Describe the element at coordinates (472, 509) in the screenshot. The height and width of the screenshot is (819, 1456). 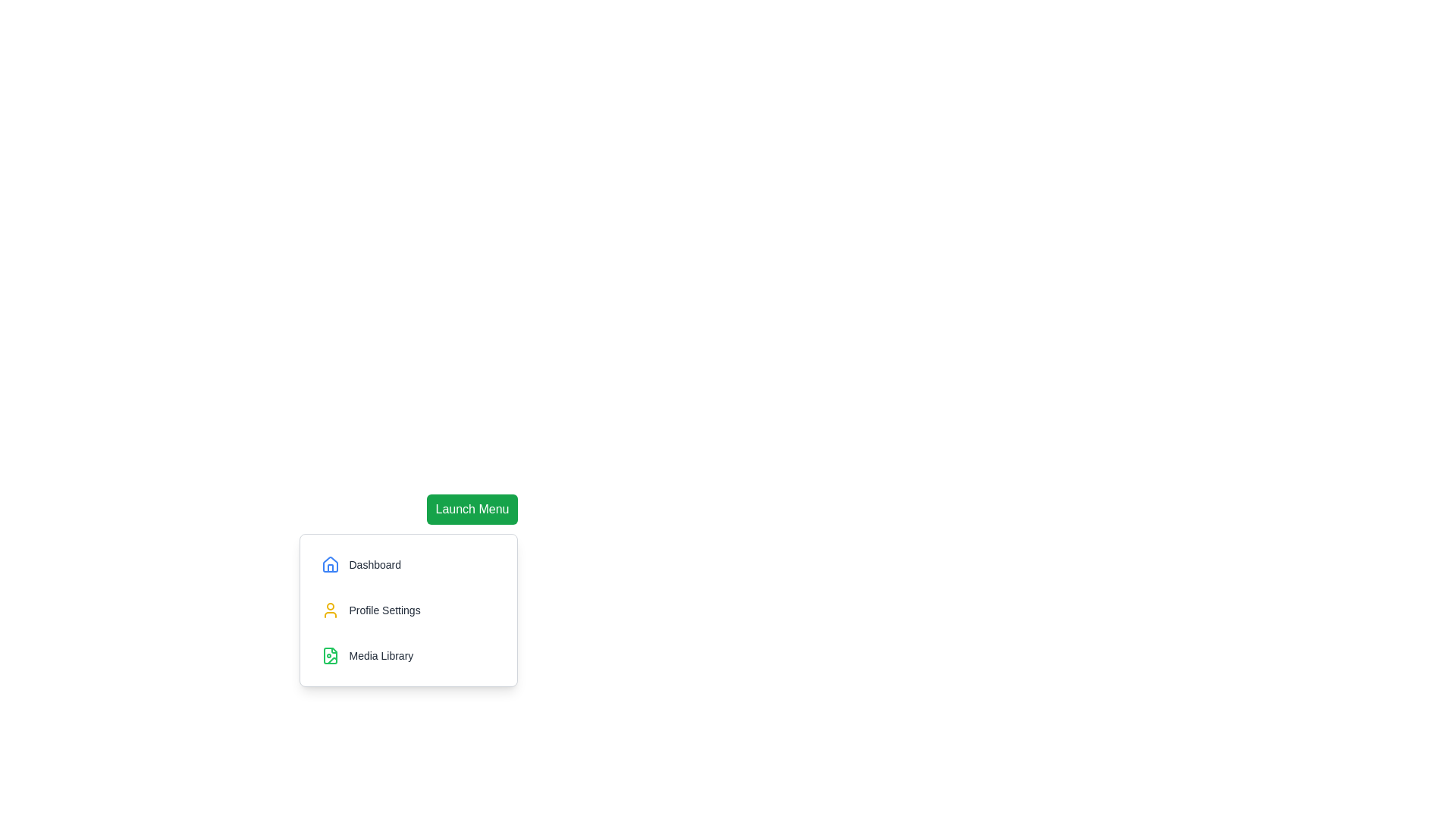
I see `the button located at the top-right corner of the dropdown menu that activates related options like 'Dashboard', 'Profile Settings', and 'Media Library'` at that location.